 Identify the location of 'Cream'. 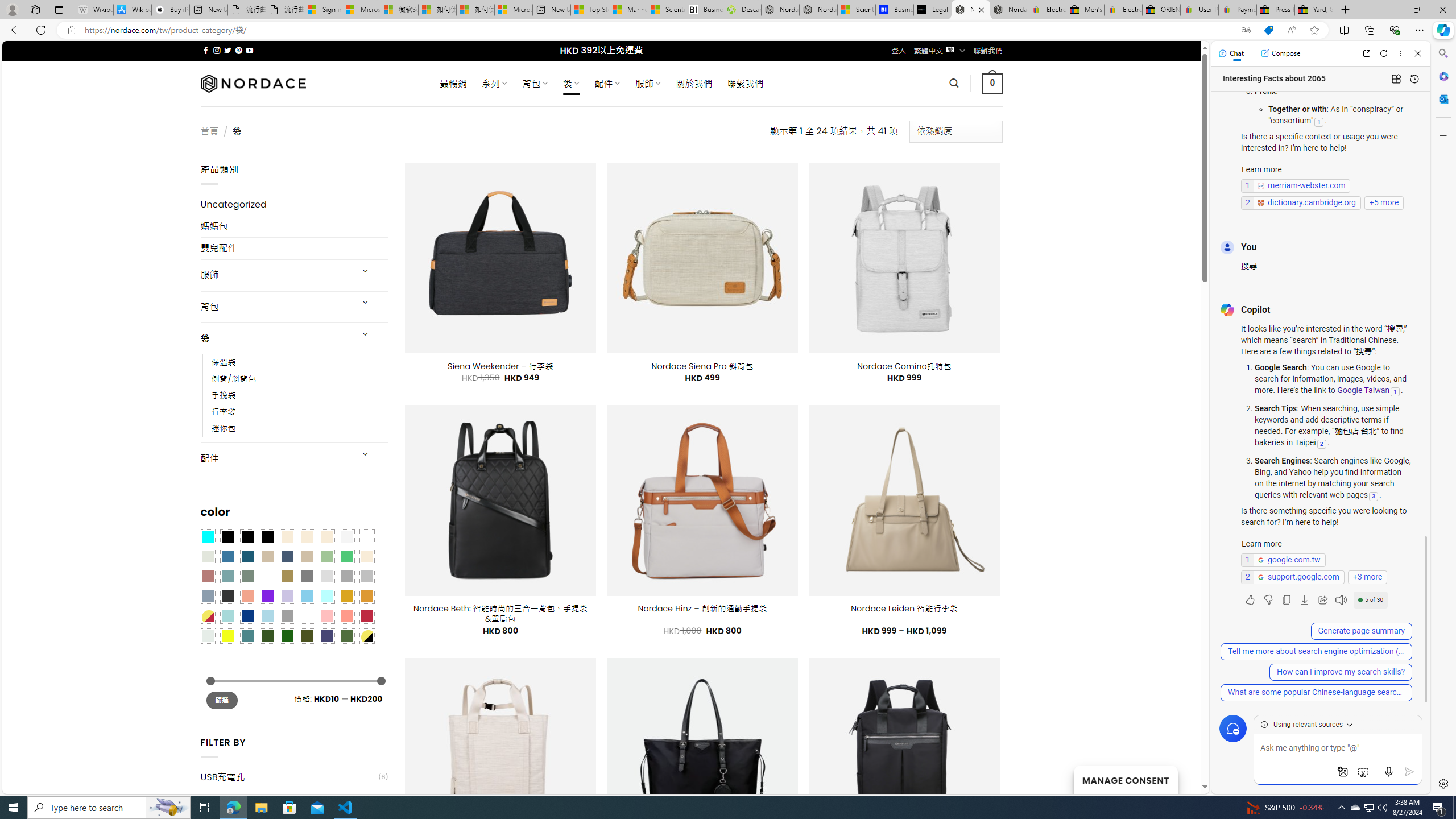
(327, 536).